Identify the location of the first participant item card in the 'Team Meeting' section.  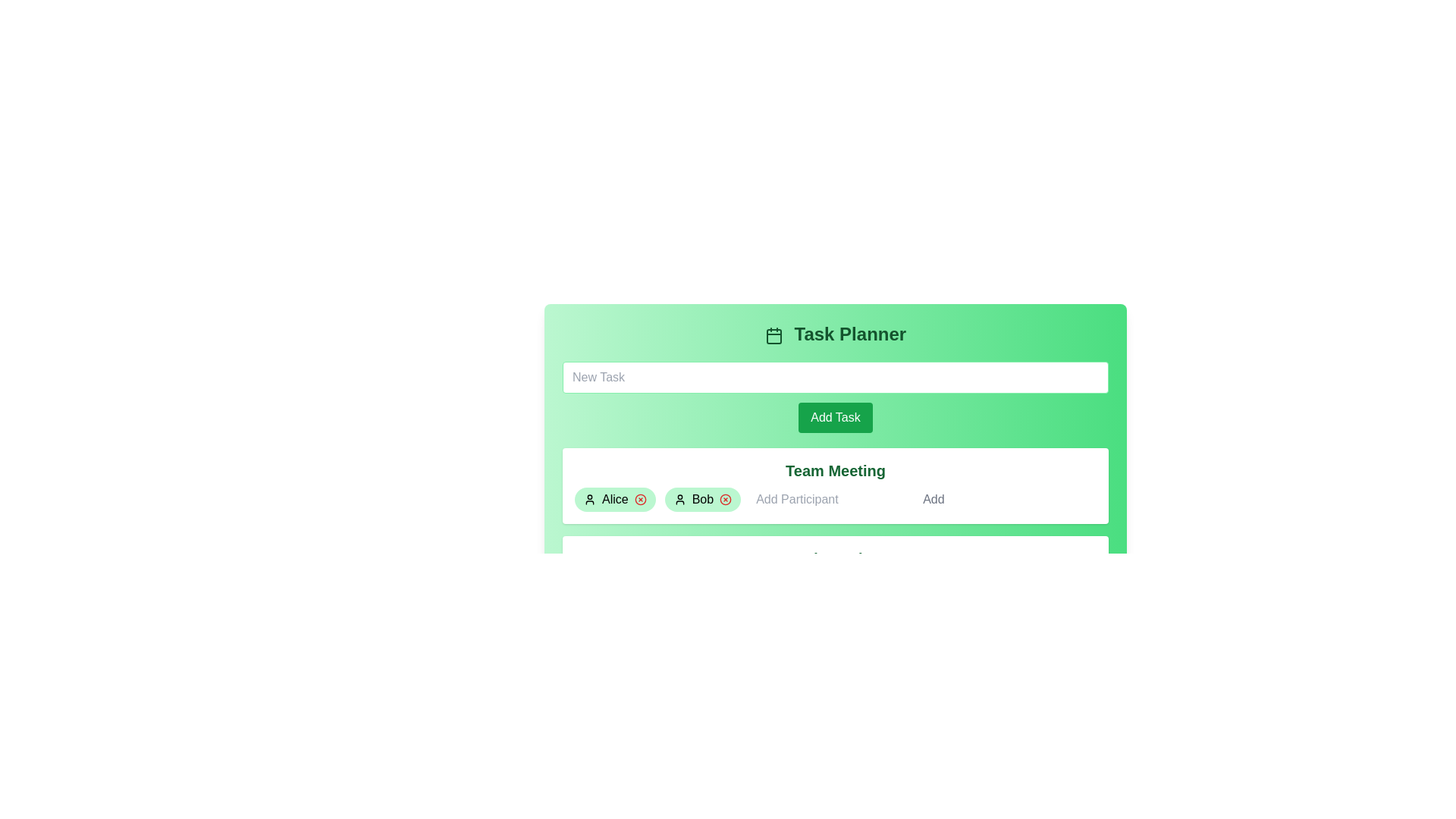
(615, 500).